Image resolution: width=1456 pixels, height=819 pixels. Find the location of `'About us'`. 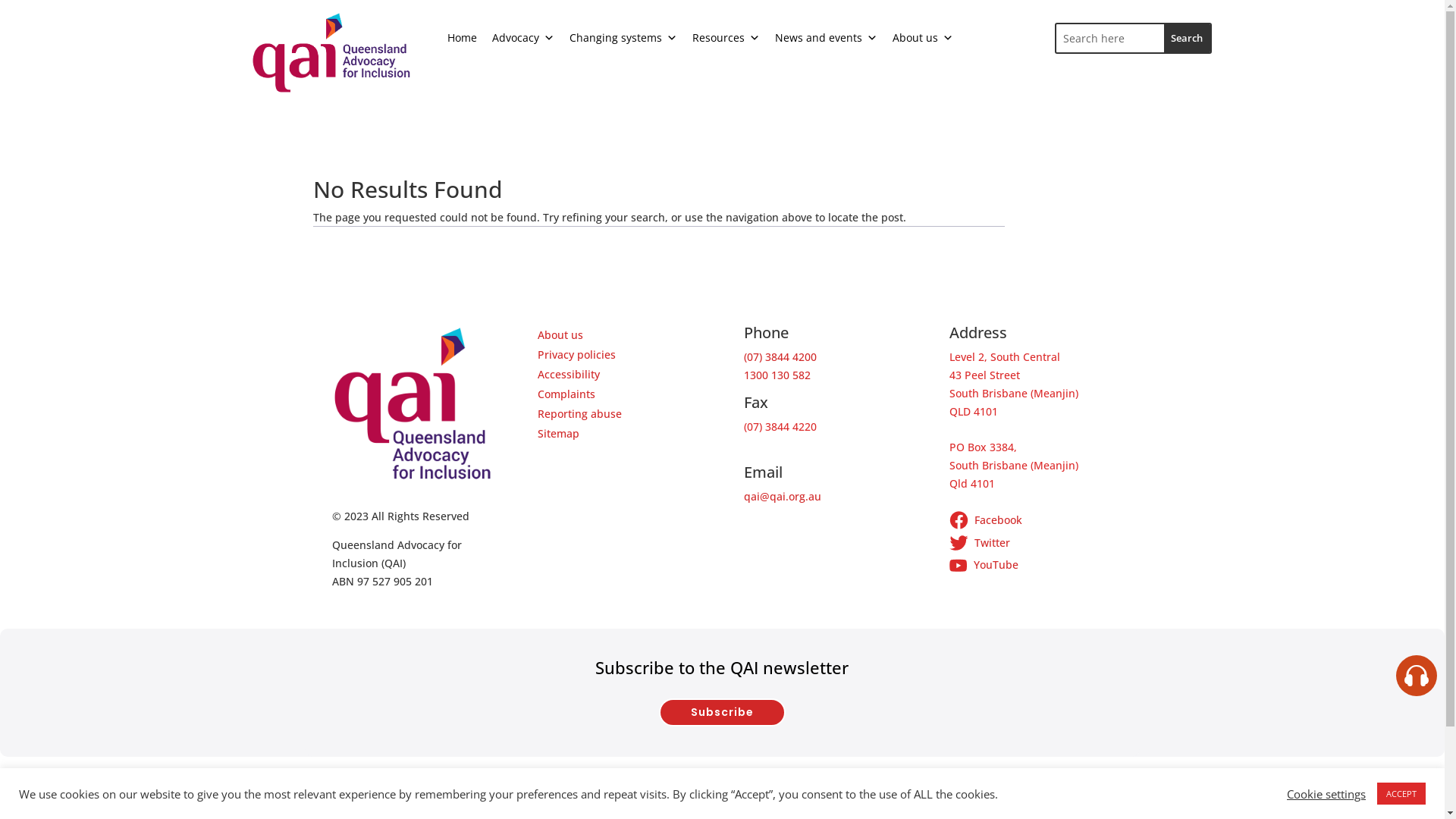

'About us' is located at coordinates (560, 334).